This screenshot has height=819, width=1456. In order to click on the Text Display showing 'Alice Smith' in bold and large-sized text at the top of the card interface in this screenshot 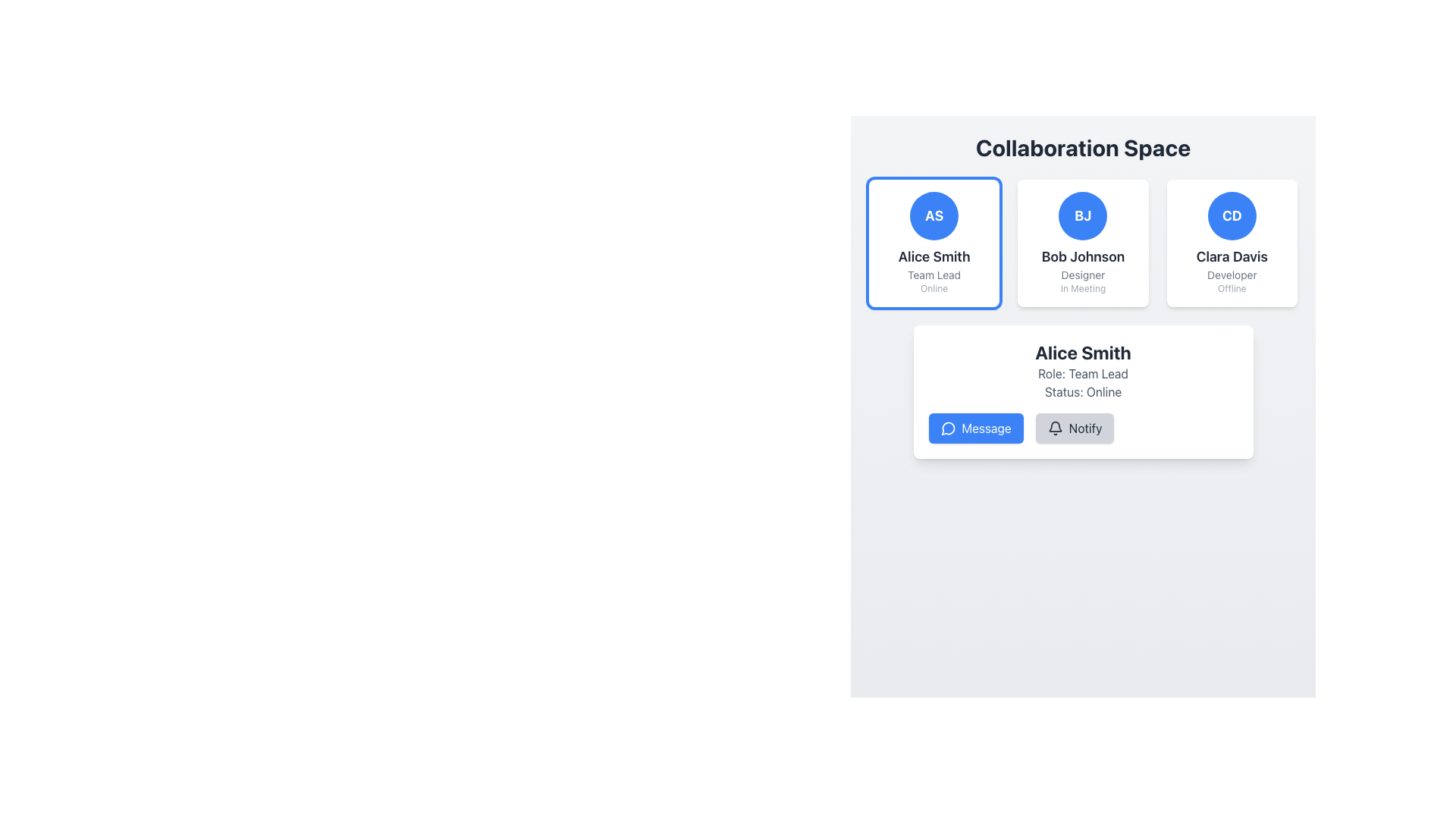, I will do `click(1082, 353)`.